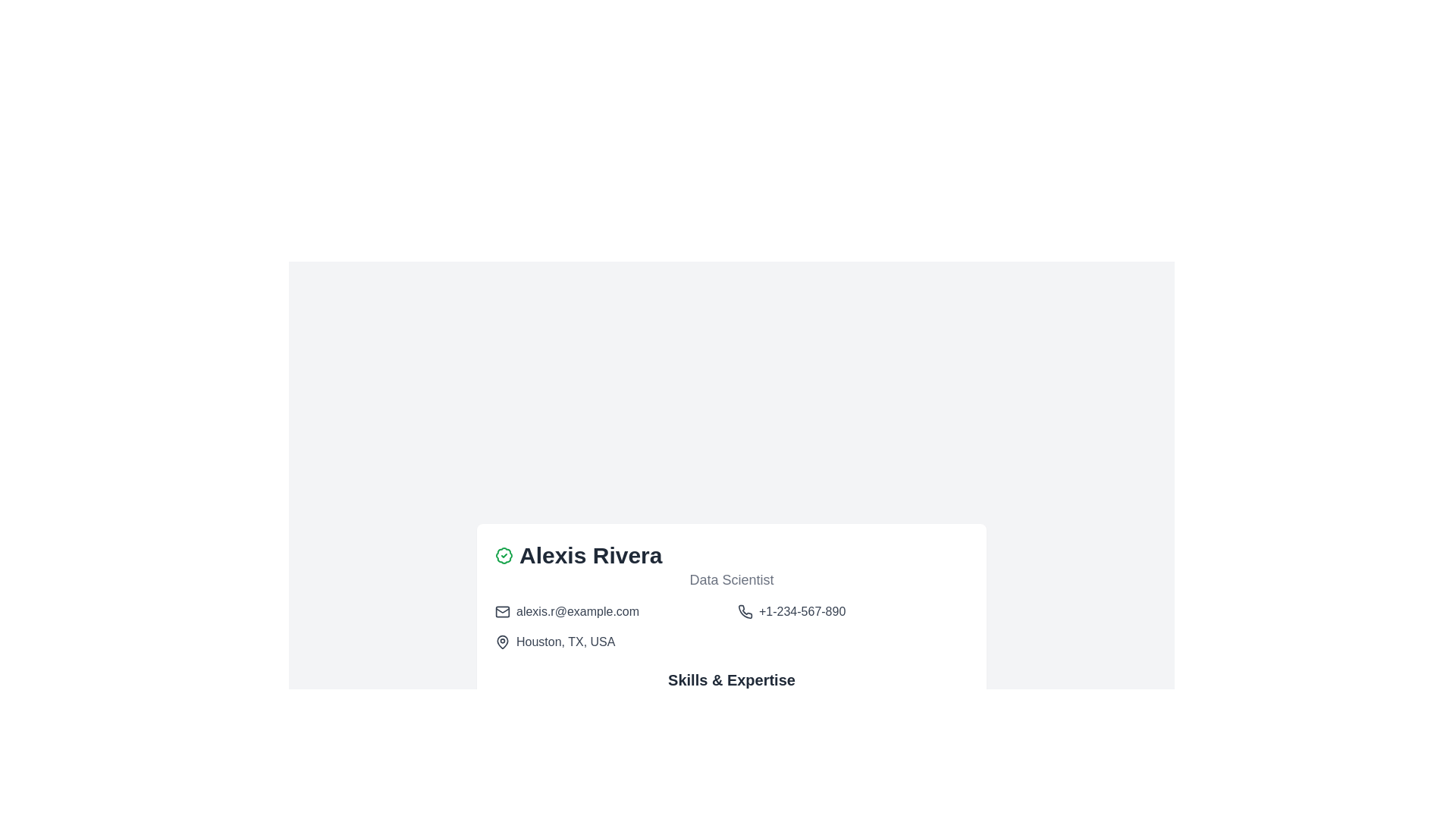  Describe the element at coordinates (502, 610) in the screenshot. I see `the small rectangle with a rounded border that resembles an envelope shape, located inside the email icon representation in the profile card below the name 'Alexis Rivera'` at that location.